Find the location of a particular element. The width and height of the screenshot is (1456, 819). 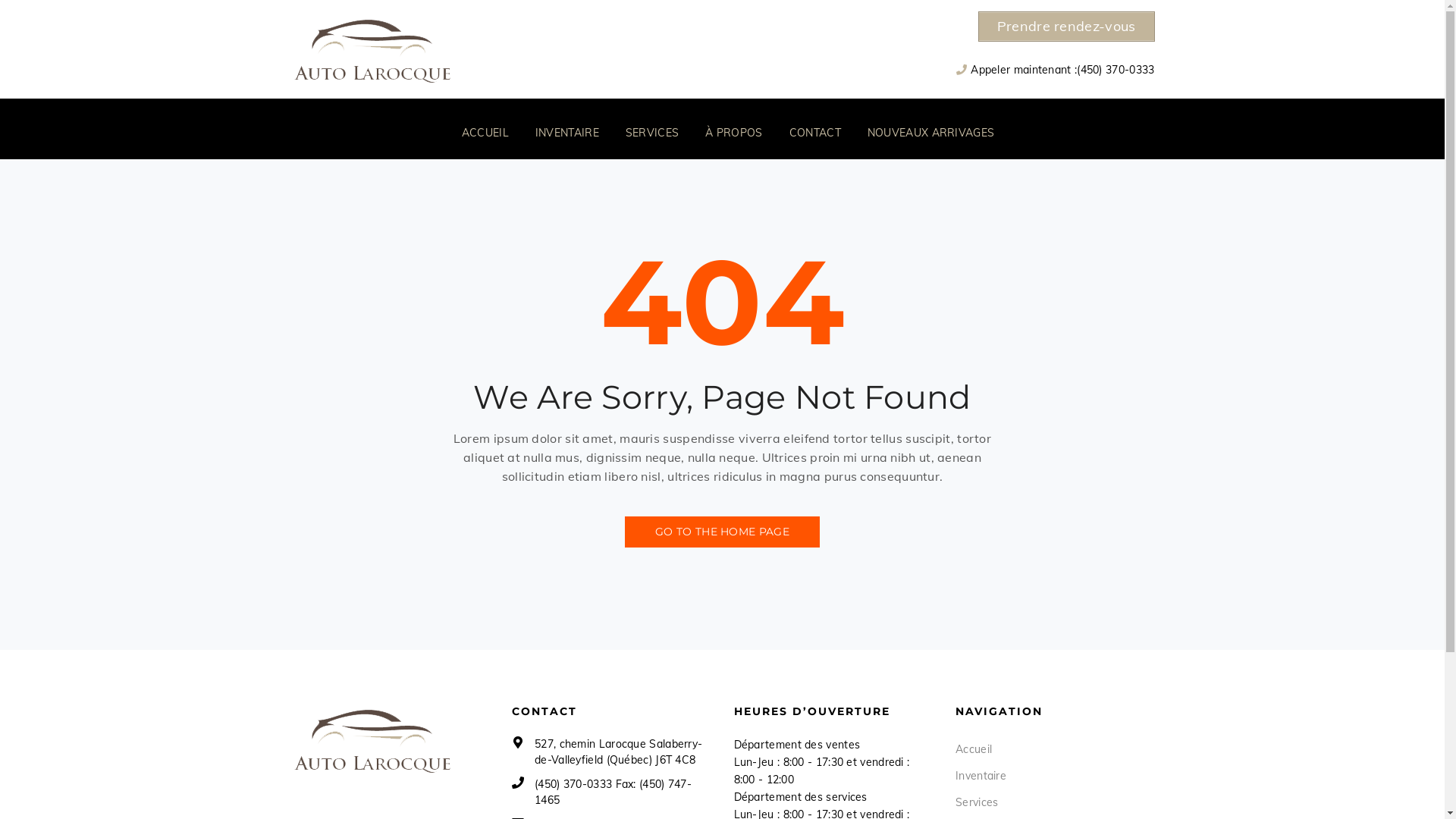

'ACCUEIL' is located at coordinates (450, 133).